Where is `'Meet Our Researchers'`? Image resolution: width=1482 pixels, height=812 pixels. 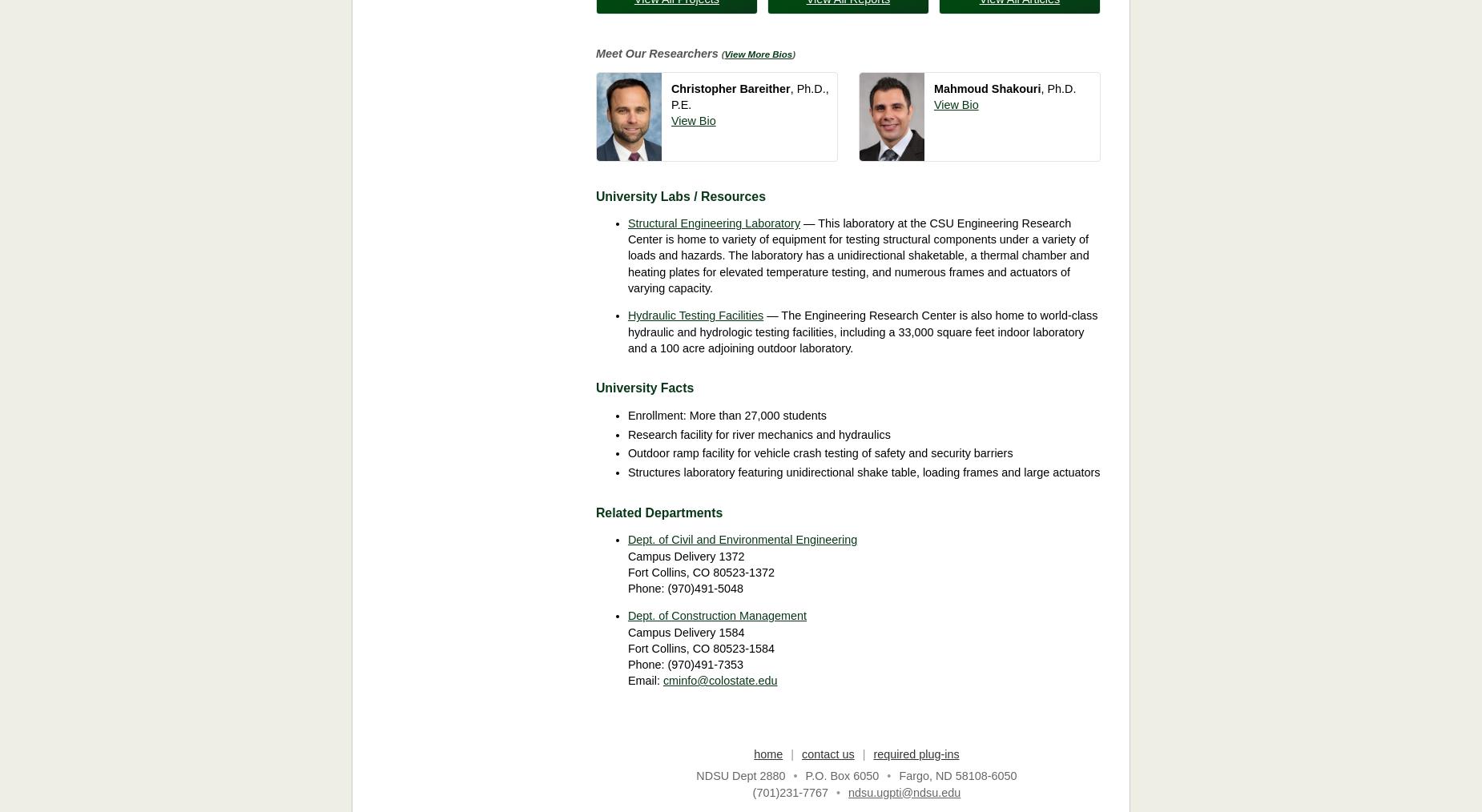
'Meet Our Researchers' is located at coordinates (594, 53).